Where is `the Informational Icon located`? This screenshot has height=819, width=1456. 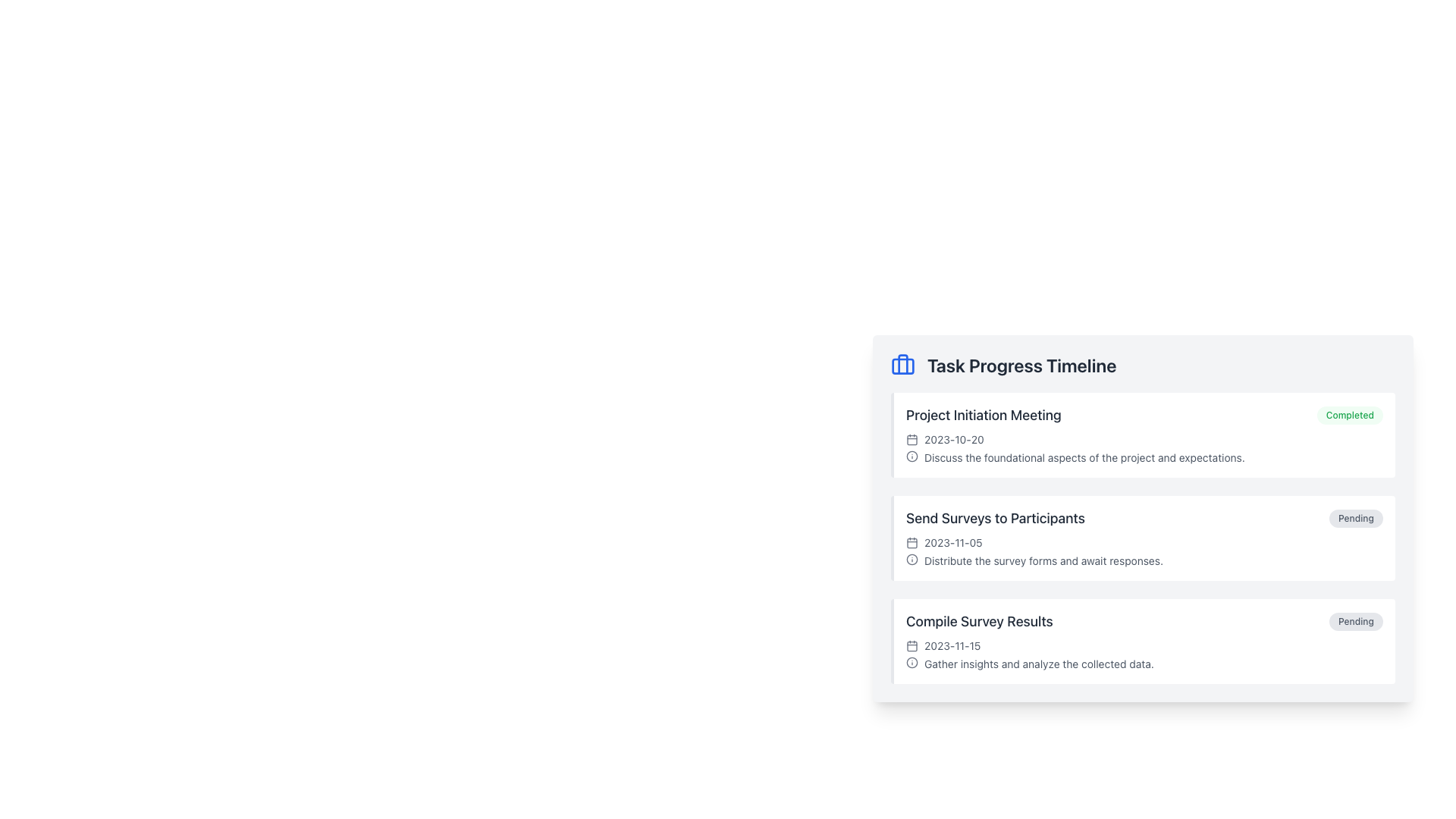
the Informational Icon located is located at coordinates (912, 559).